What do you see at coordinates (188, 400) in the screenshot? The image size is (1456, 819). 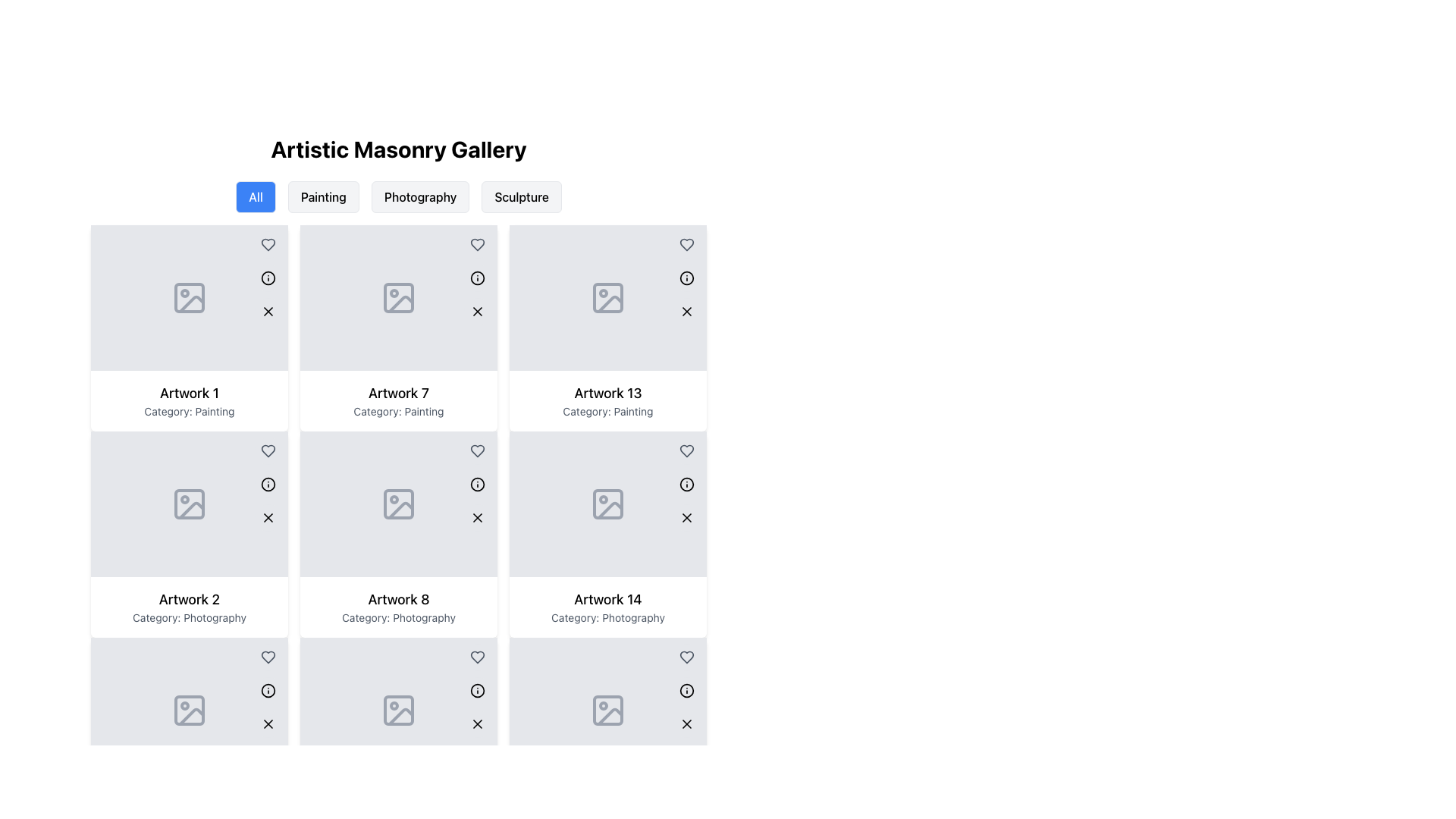 I see `text block titled 'Artwork 1' which indicates 'Category: Painting' located at the bottom section of the first card in the leftmost column of the grid layout` at bounding box center [188, 400].